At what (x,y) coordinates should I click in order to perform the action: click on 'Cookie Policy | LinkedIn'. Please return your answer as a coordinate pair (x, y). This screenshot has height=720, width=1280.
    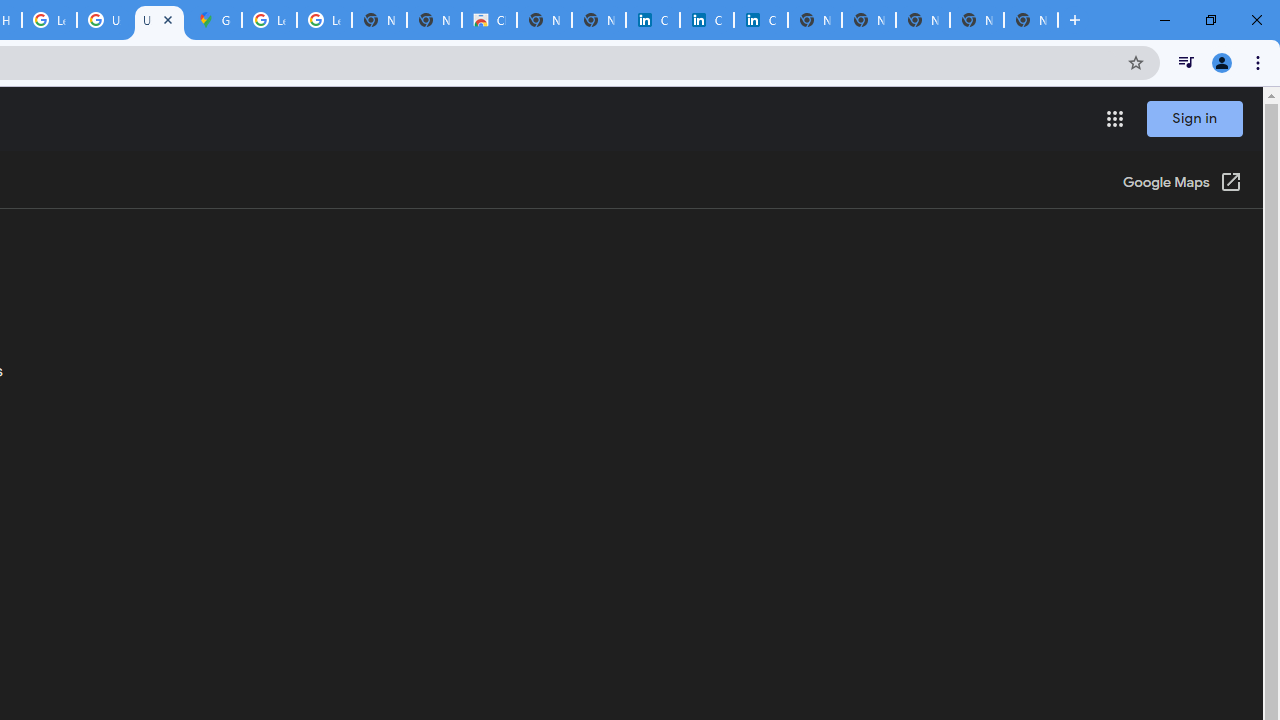
    Looking at the image, I should click on (652, 20).